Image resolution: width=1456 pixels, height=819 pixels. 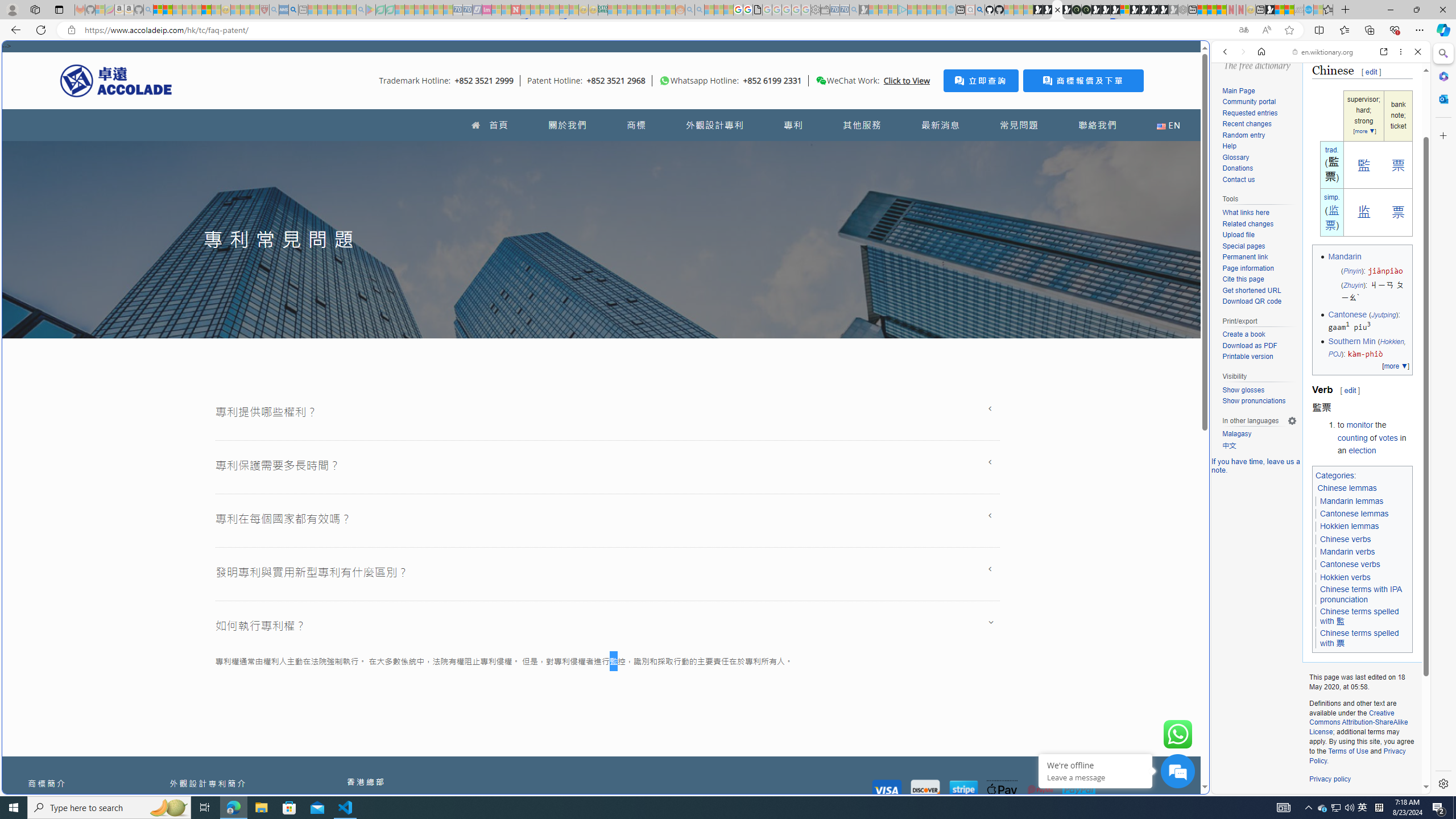 What do you see at coordinates (1350, 390) in the screenshot?
I see `'edit'` at bounding box center [1350, 390].